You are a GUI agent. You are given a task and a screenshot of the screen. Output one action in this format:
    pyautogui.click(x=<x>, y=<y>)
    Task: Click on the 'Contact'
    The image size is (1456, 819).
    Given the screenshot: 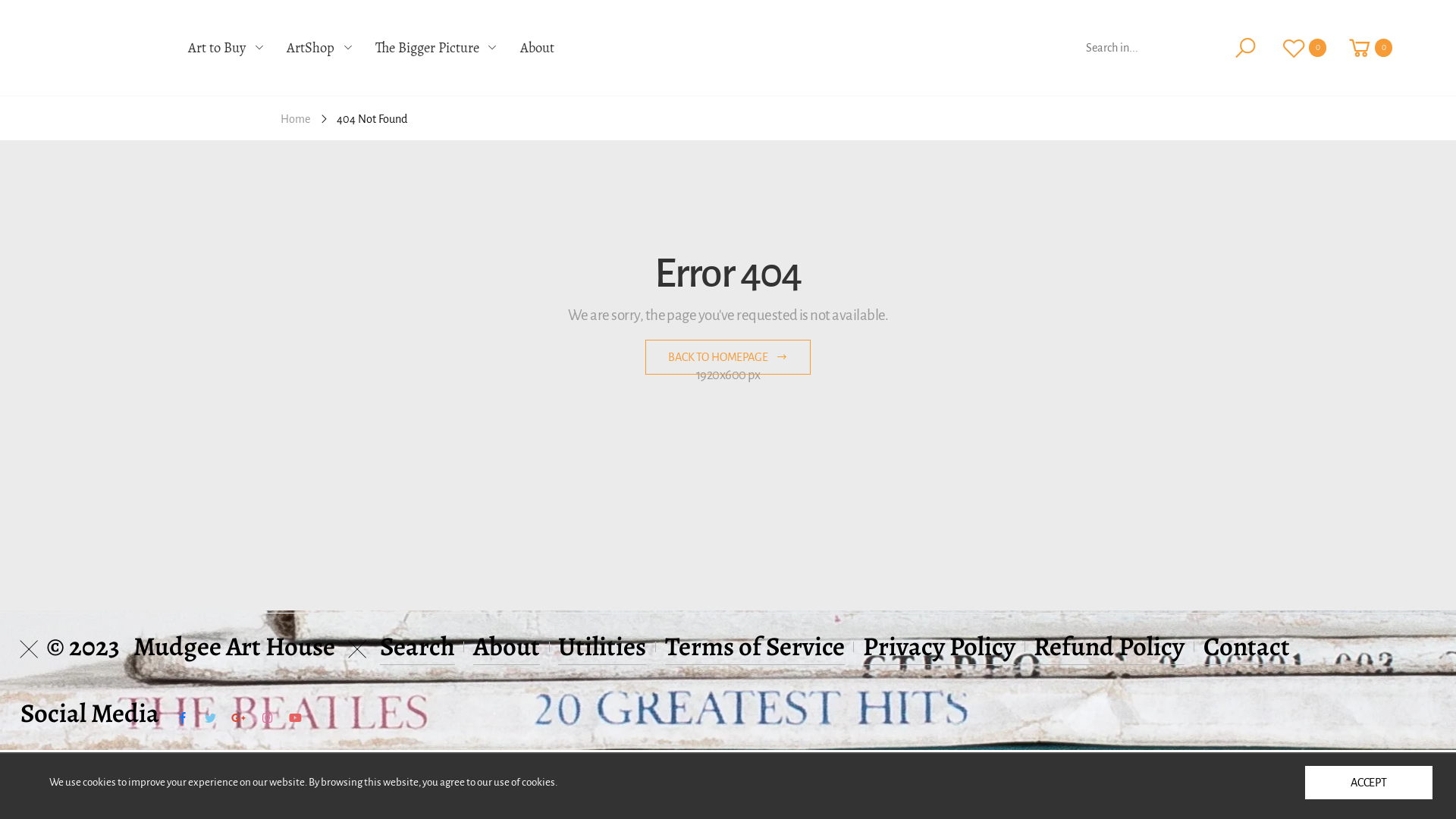 What is the action you would take?
    pyautogui.click(x=1246, y=646)
    